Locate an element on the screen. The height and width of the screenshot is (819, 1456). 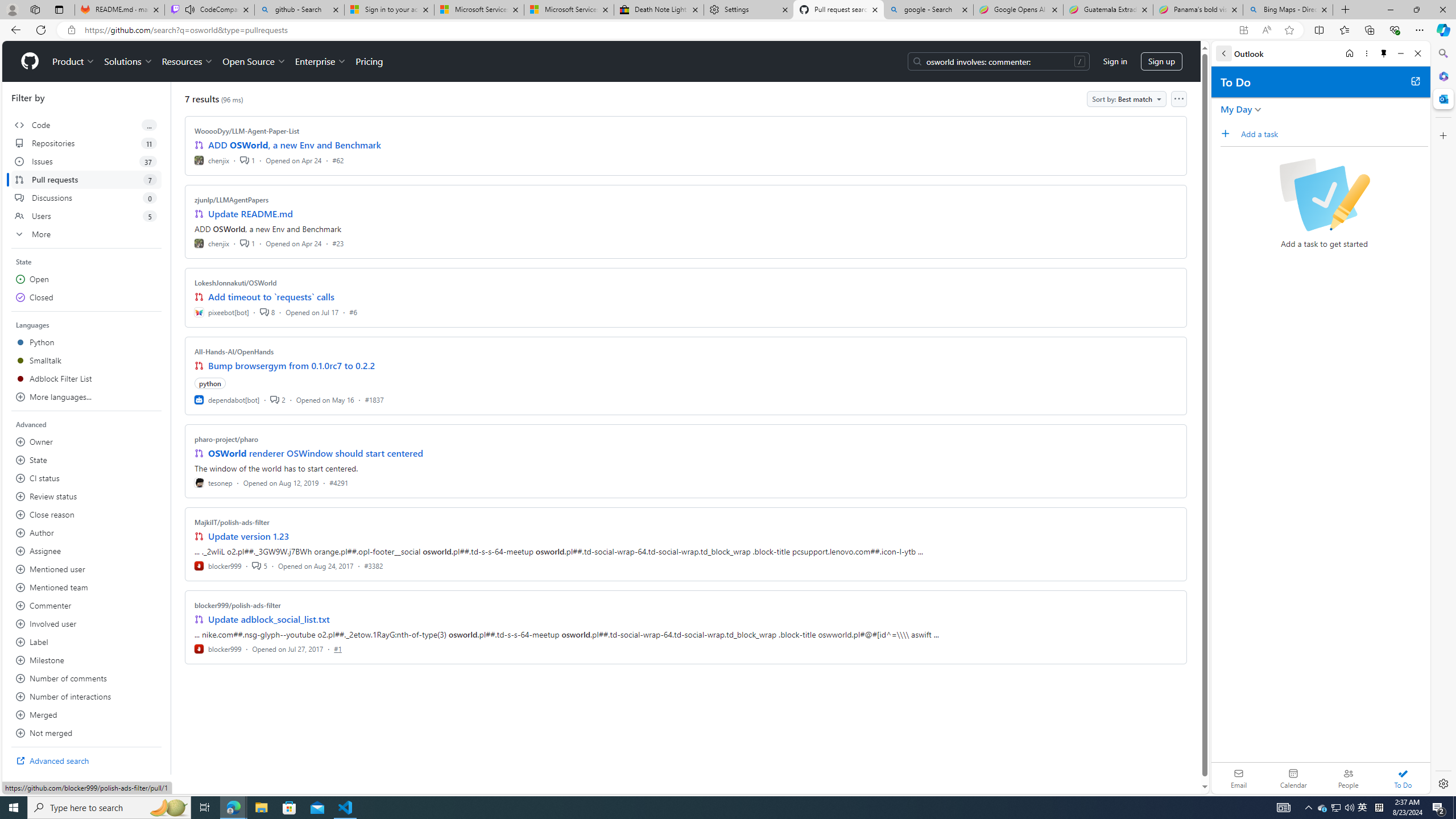
'Update version 1.23' is located at coordinates (248, 536).